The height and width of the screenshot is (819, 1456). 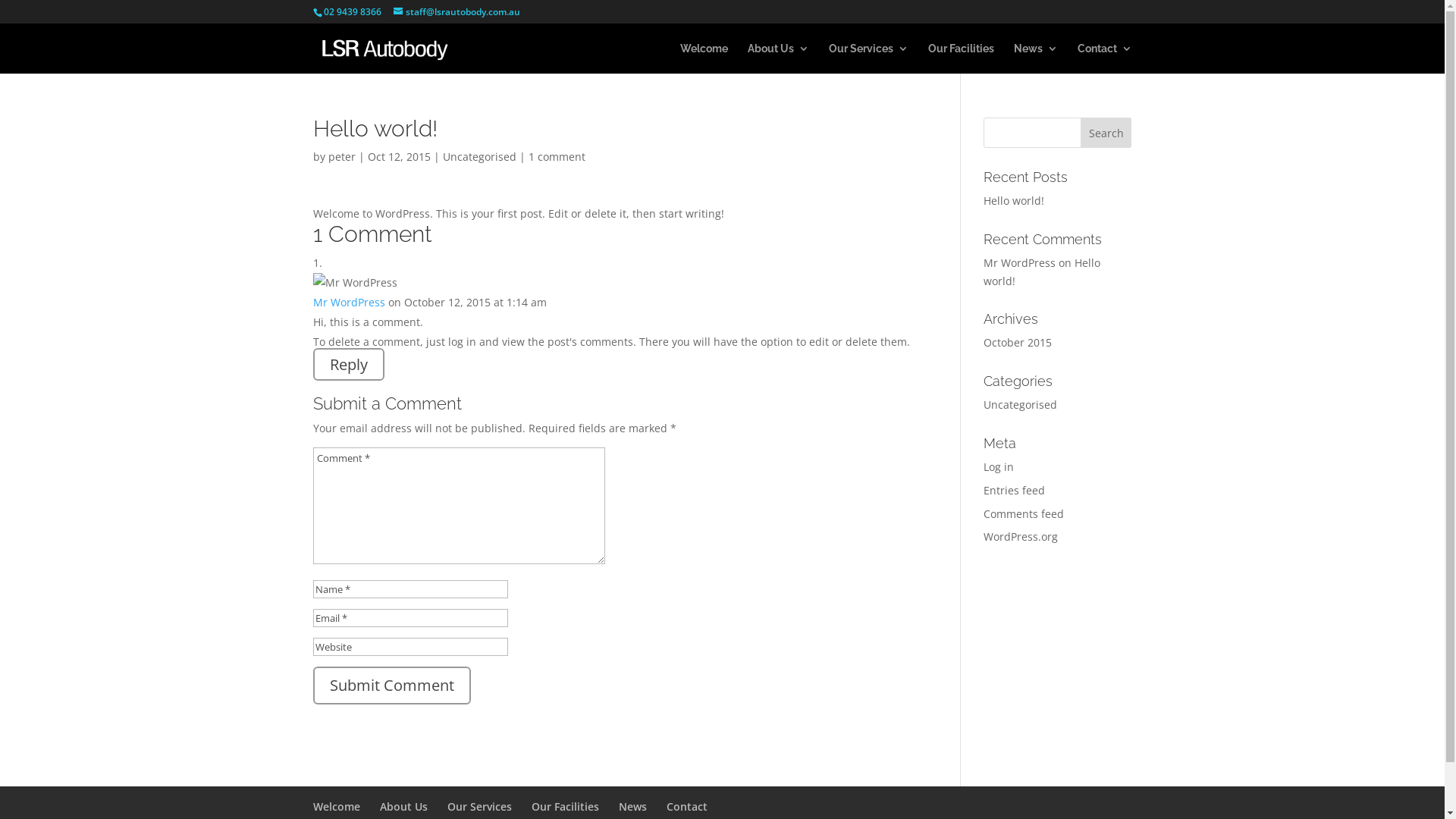 I want to click on 'Reply', so click(x=347, y=364).